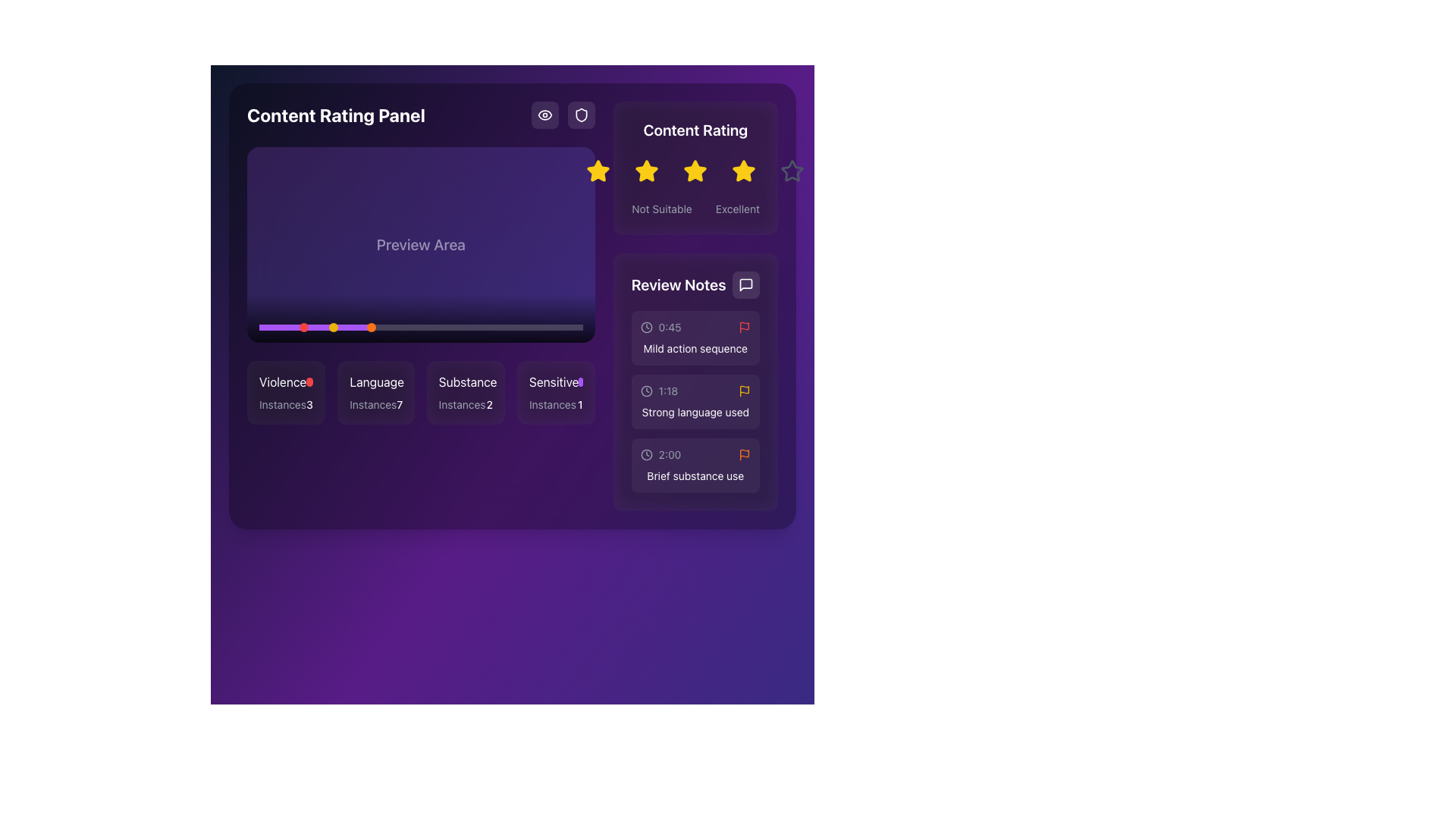 This screenshot has height=819, width=1456. Describe the element at coordinates (661, 209) in the screenshot. I see `the static text element displaying 'Not Suitable', which is positioned to the left of 'Excellent' in the 'Content Rating' section` at that location.